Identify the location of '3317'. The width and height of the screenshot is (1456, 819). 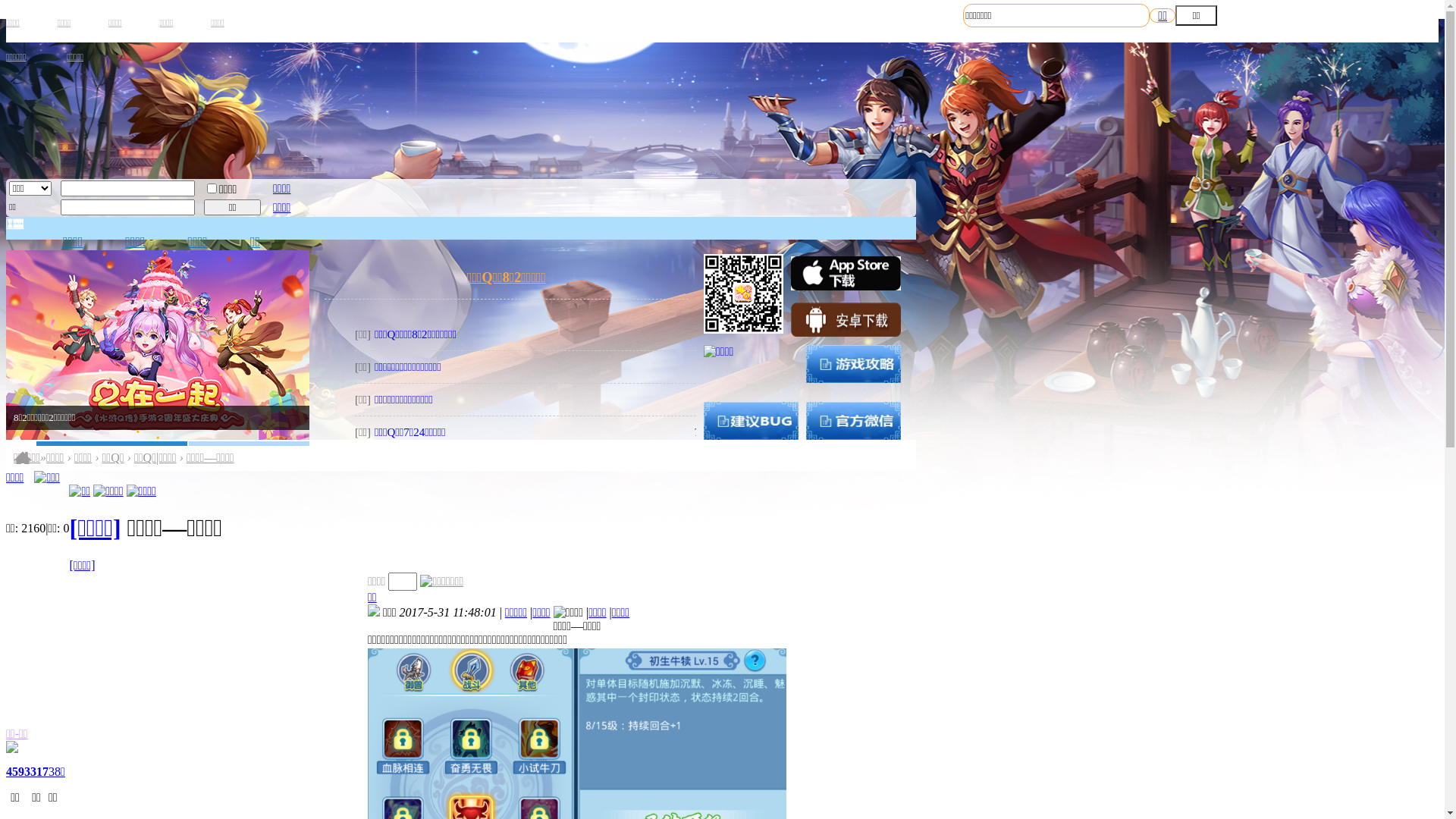
(36, 771).